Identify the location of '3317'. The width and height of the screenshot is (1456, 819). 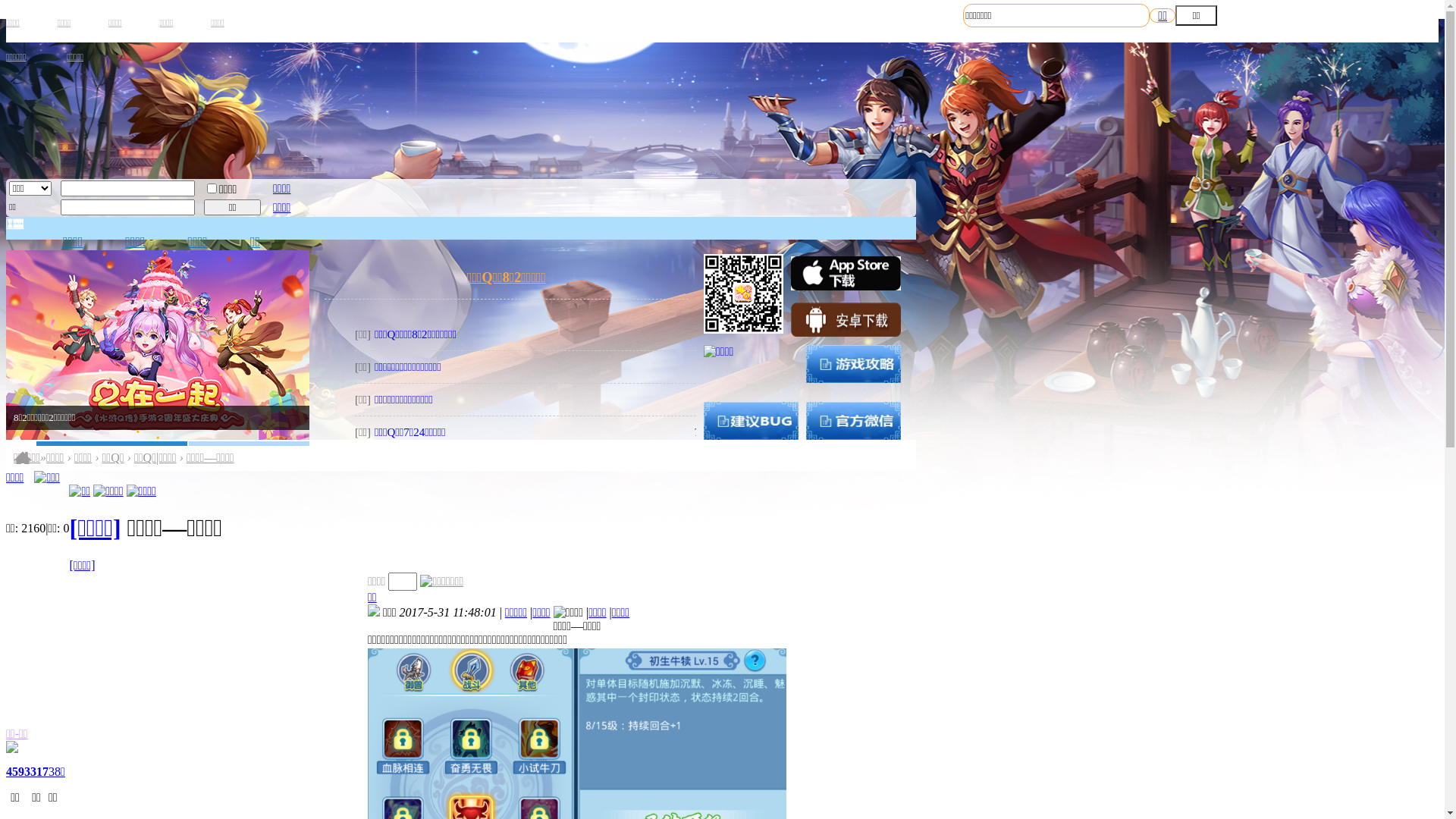
(36, 771).